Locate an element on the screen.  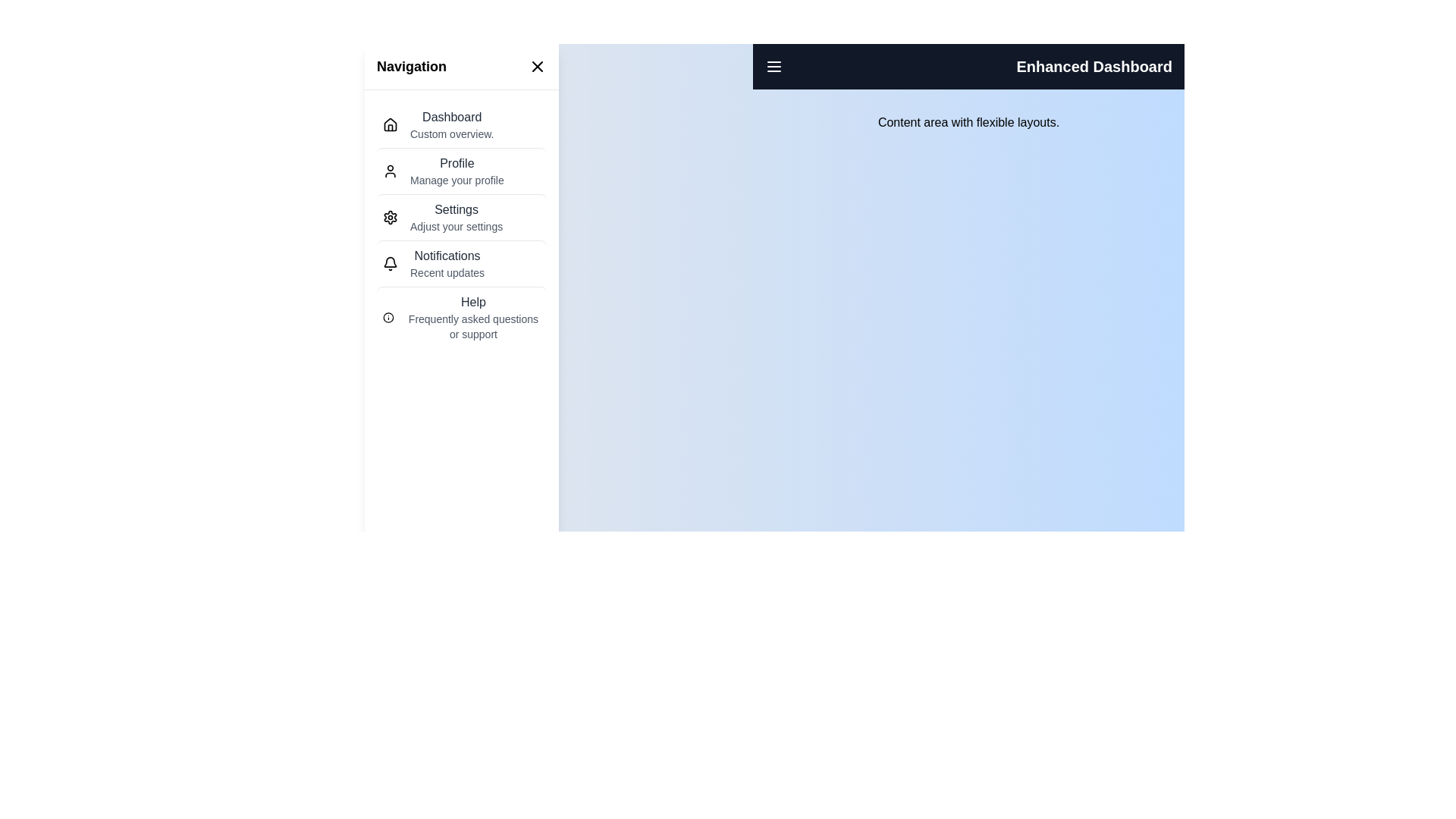
the 'Settings' navigation item in the vertical menu is located at coordinates (456, 217).